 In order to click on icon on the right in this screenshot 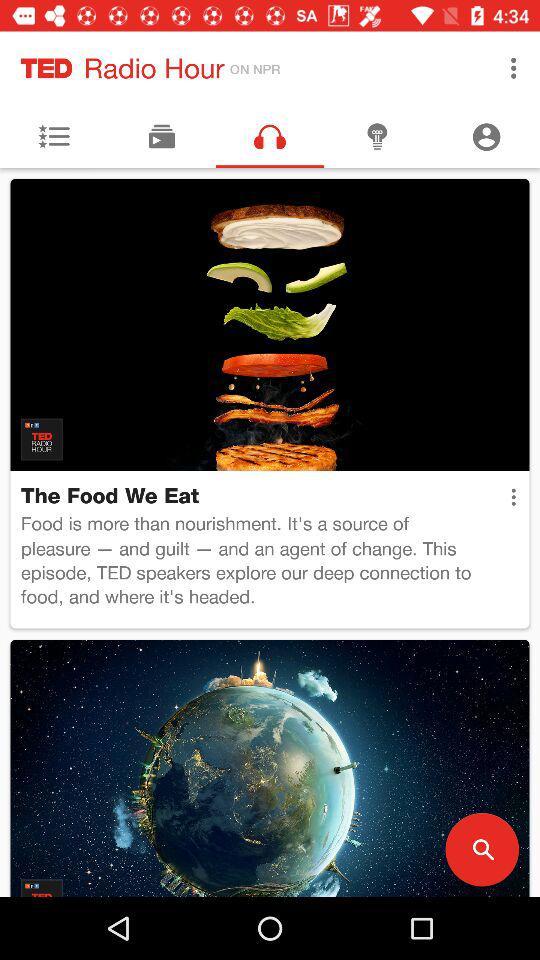, I will do `click(513, 496)`.